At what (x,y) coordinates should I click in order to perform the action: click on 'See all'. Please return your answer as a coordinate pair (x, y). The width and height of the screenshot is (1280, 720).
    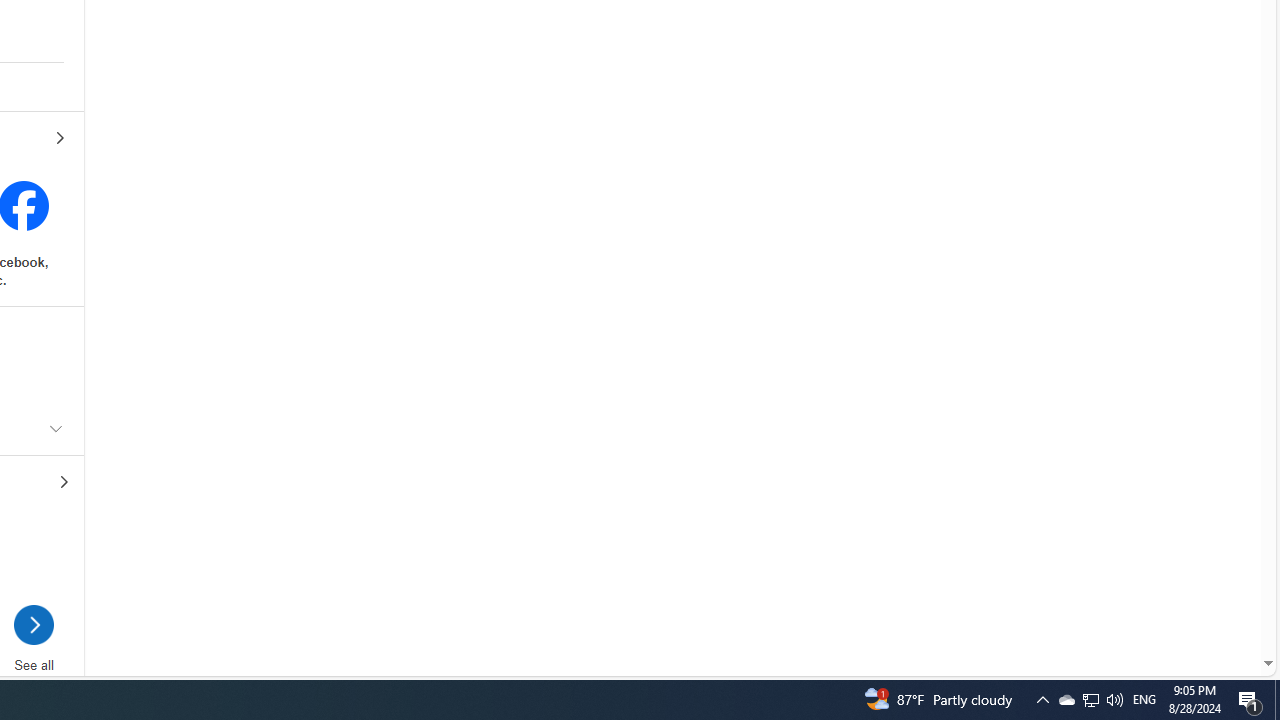
    Looking at the image, I should click on (33, 630).